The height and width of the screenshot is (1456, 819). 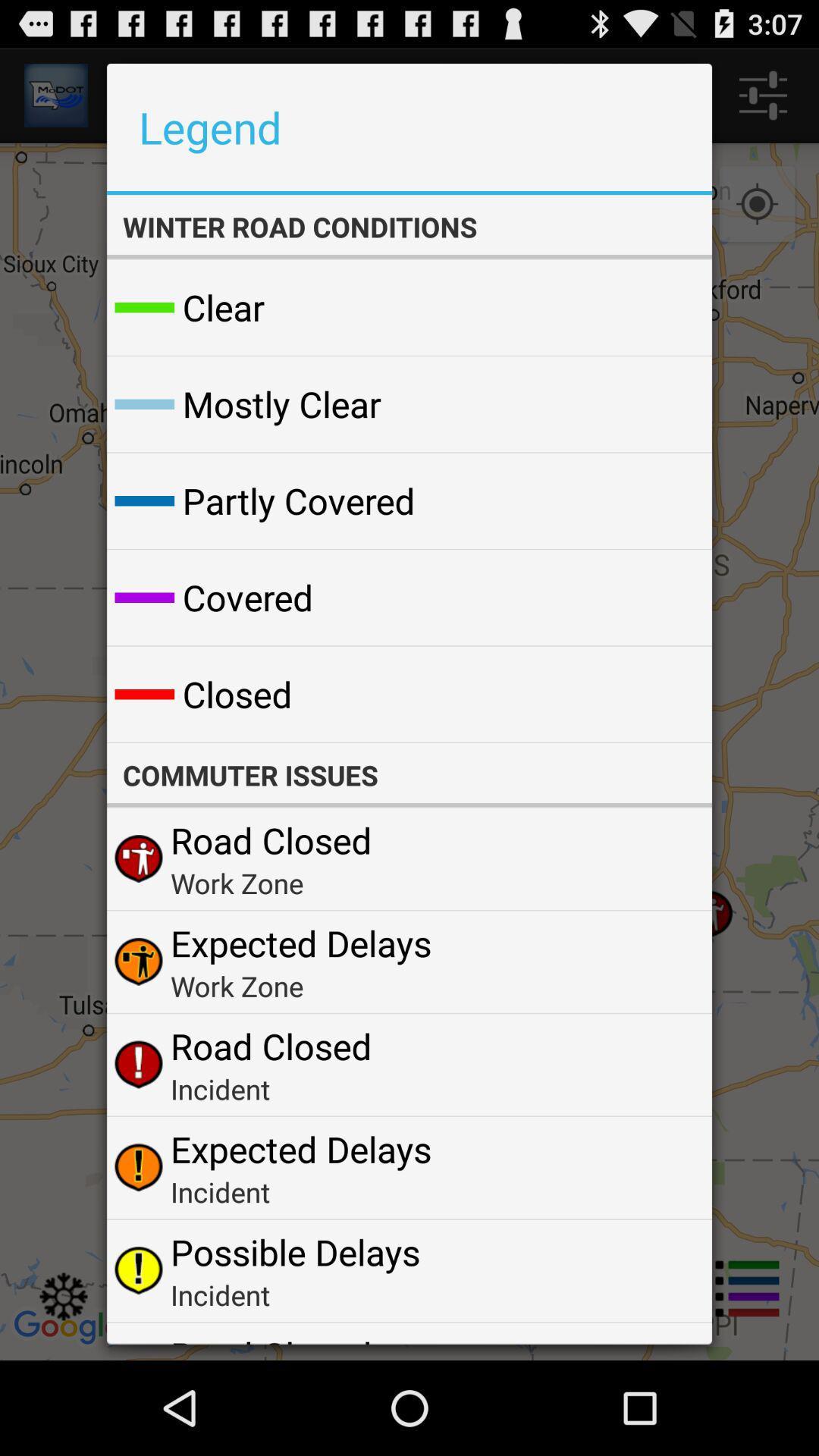 What do you see at coordinates (663, 1338) in the screenshot?
I see `the app next to road closed item` at bounding box center [663, 1338].